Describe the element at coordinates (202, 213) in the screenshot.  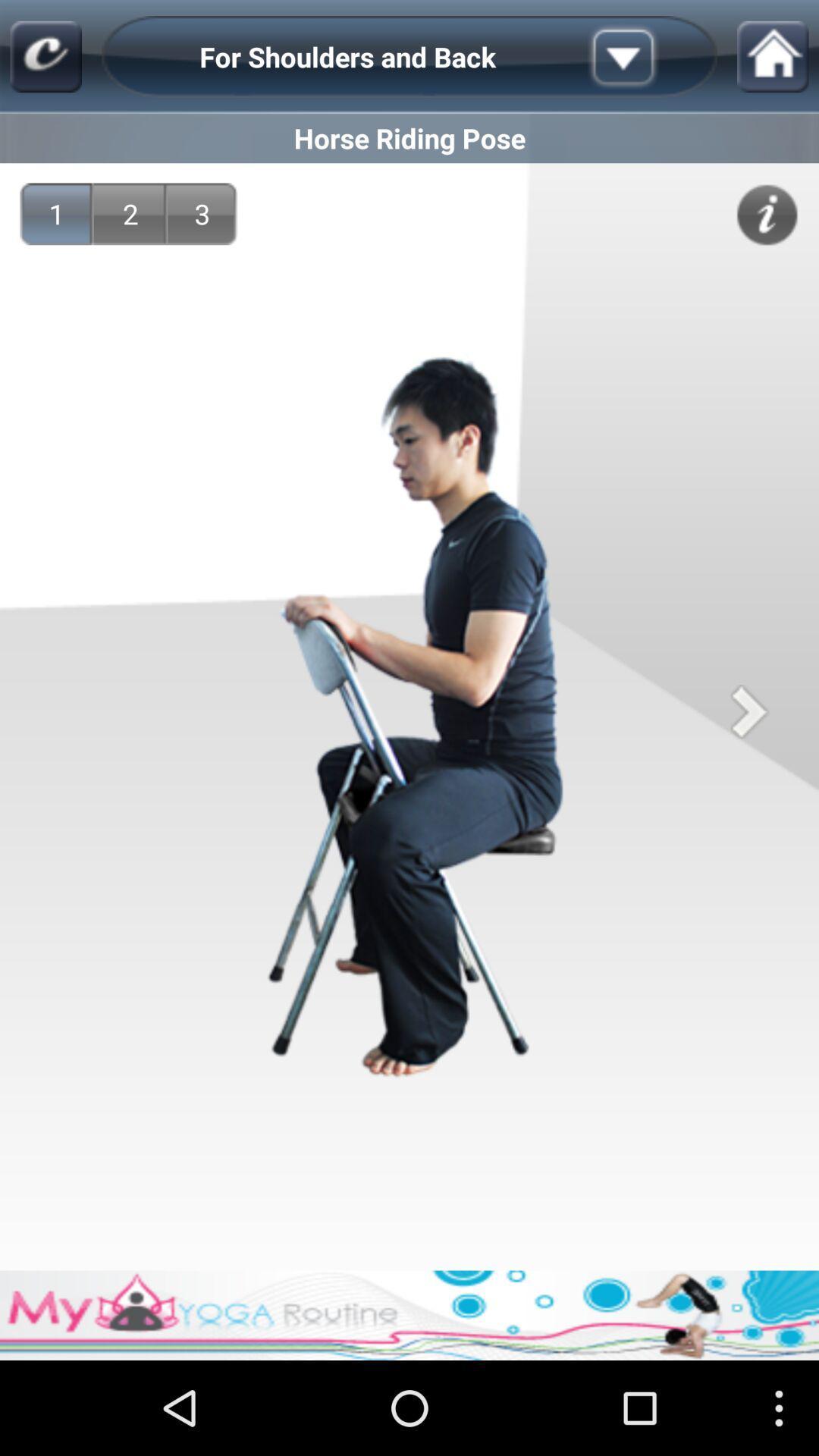
I see `the 3 item` at that location.